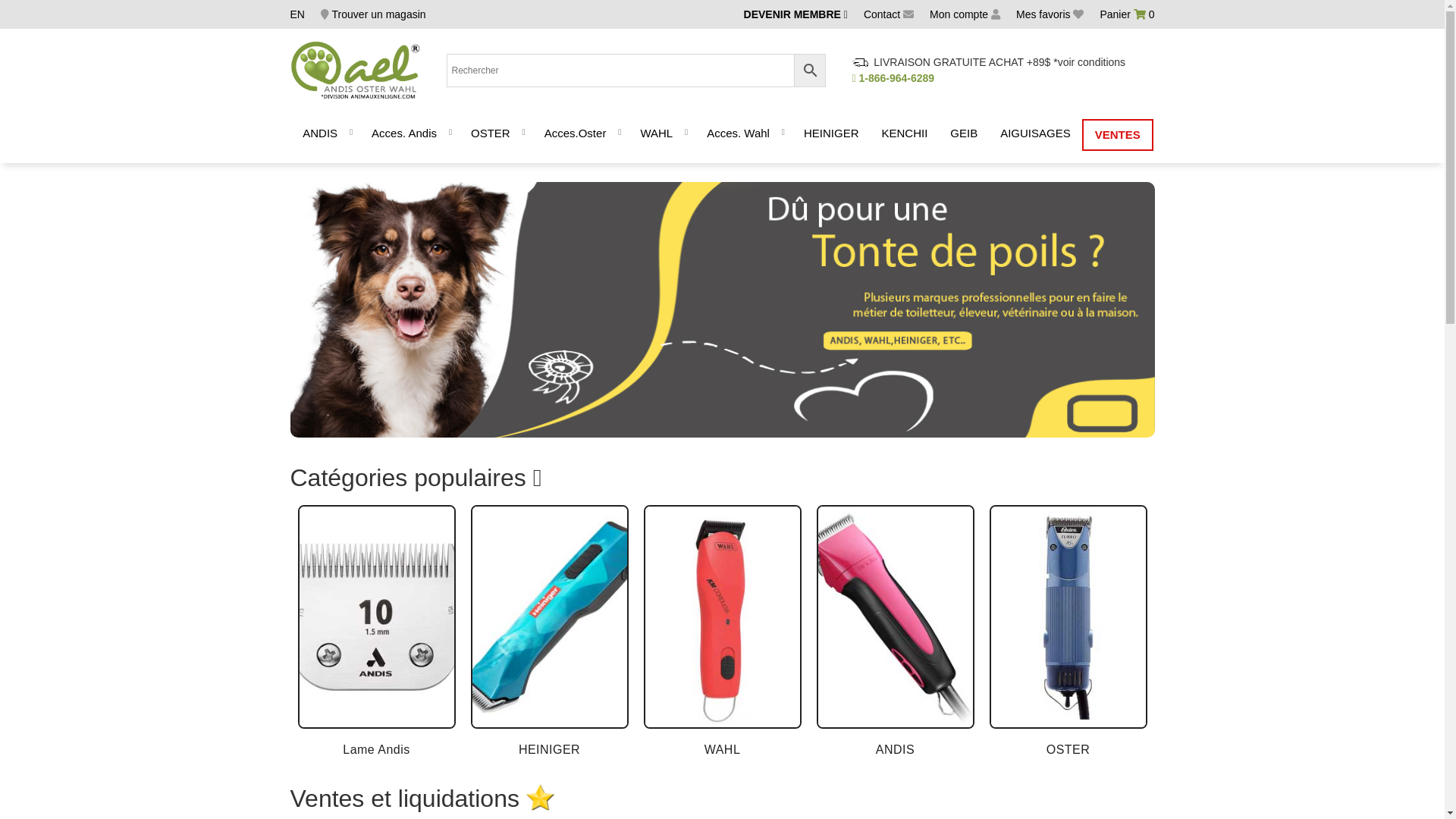  I want to click on 'Acces.Oster', so click(532, 133).